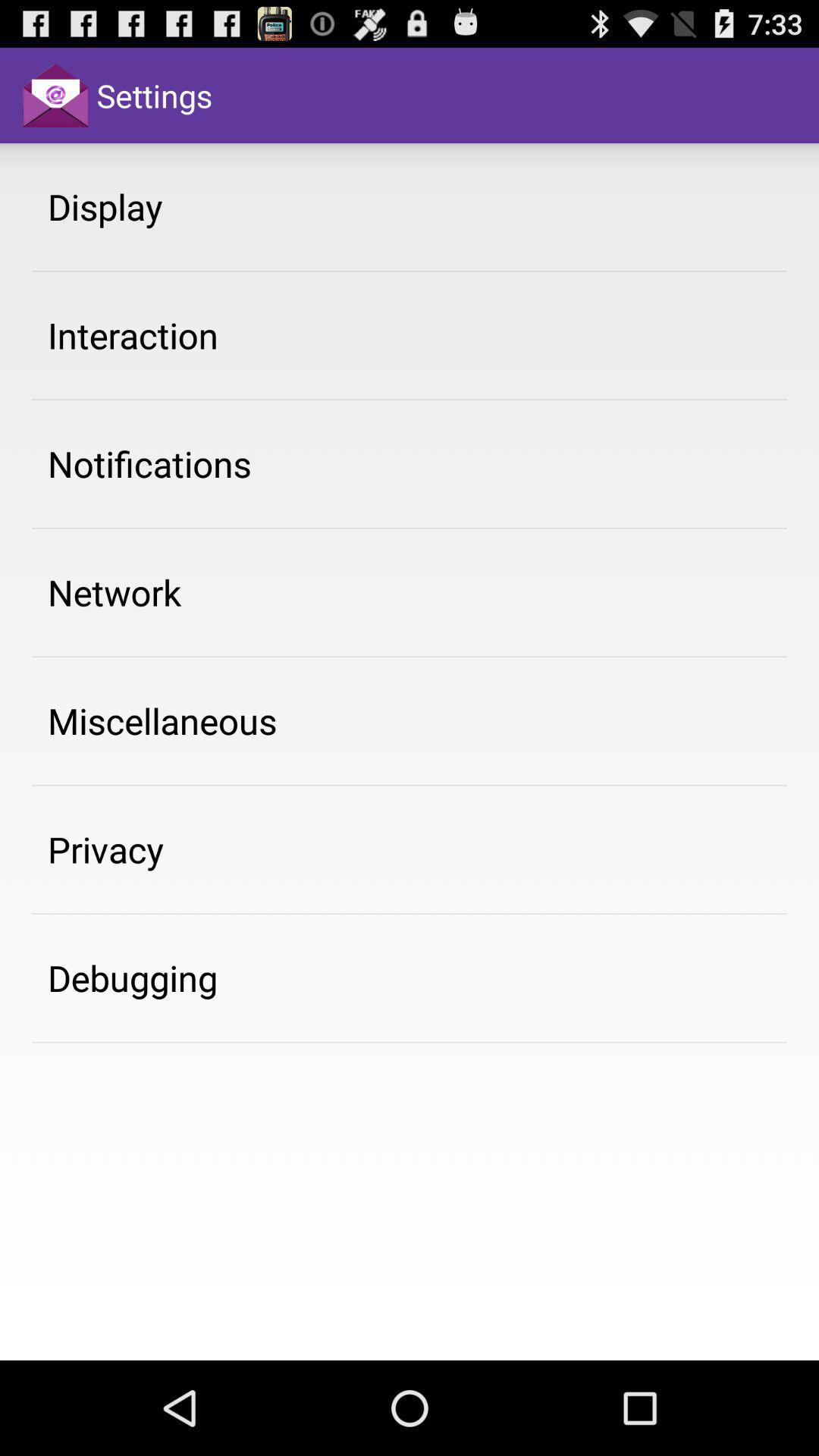 This screenshot has width=819, height=1456. What do you see at coordinates (132, 977) in the screenshot?
I see `app below privacy app` at bounding box center [132, 977].